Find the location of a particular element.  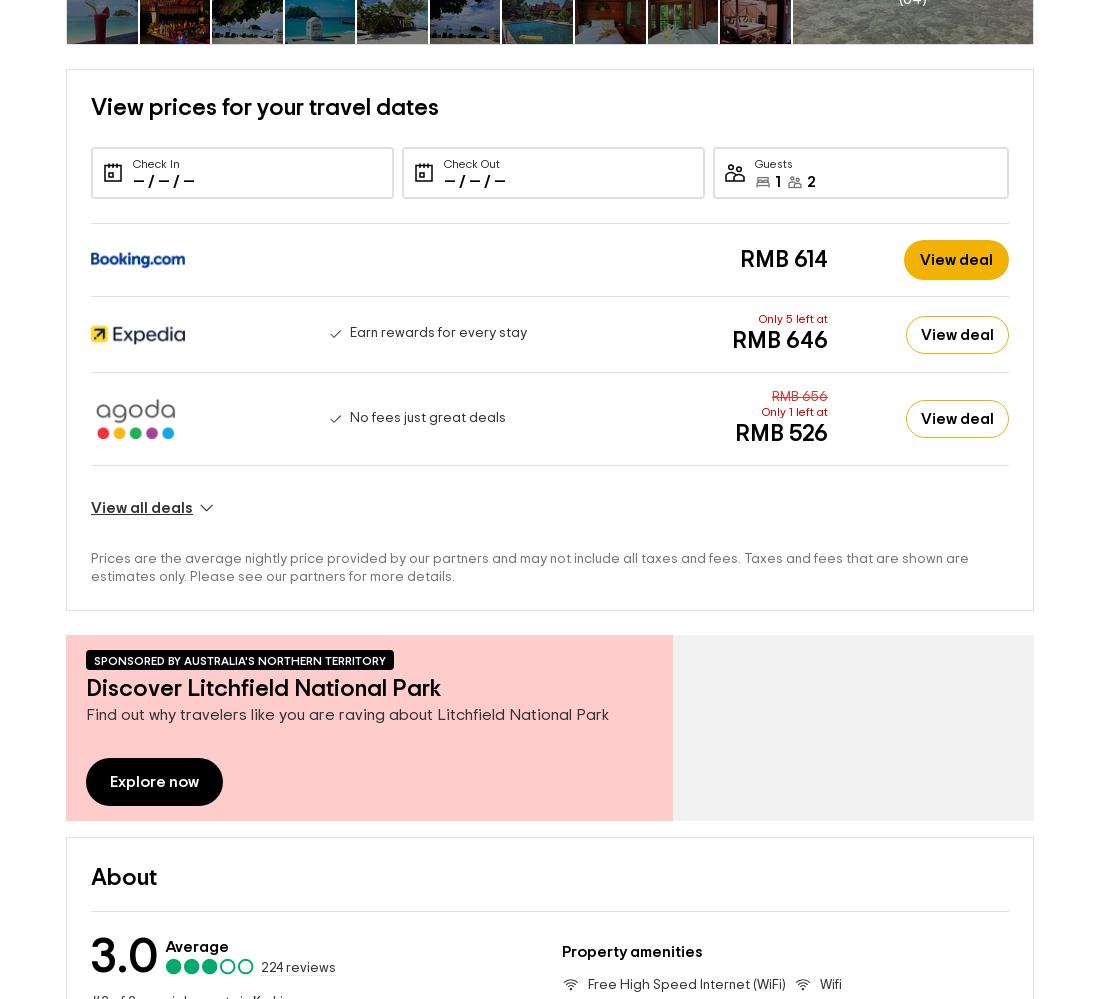

'Only 5 left at' is located at coordinates (793, 286).